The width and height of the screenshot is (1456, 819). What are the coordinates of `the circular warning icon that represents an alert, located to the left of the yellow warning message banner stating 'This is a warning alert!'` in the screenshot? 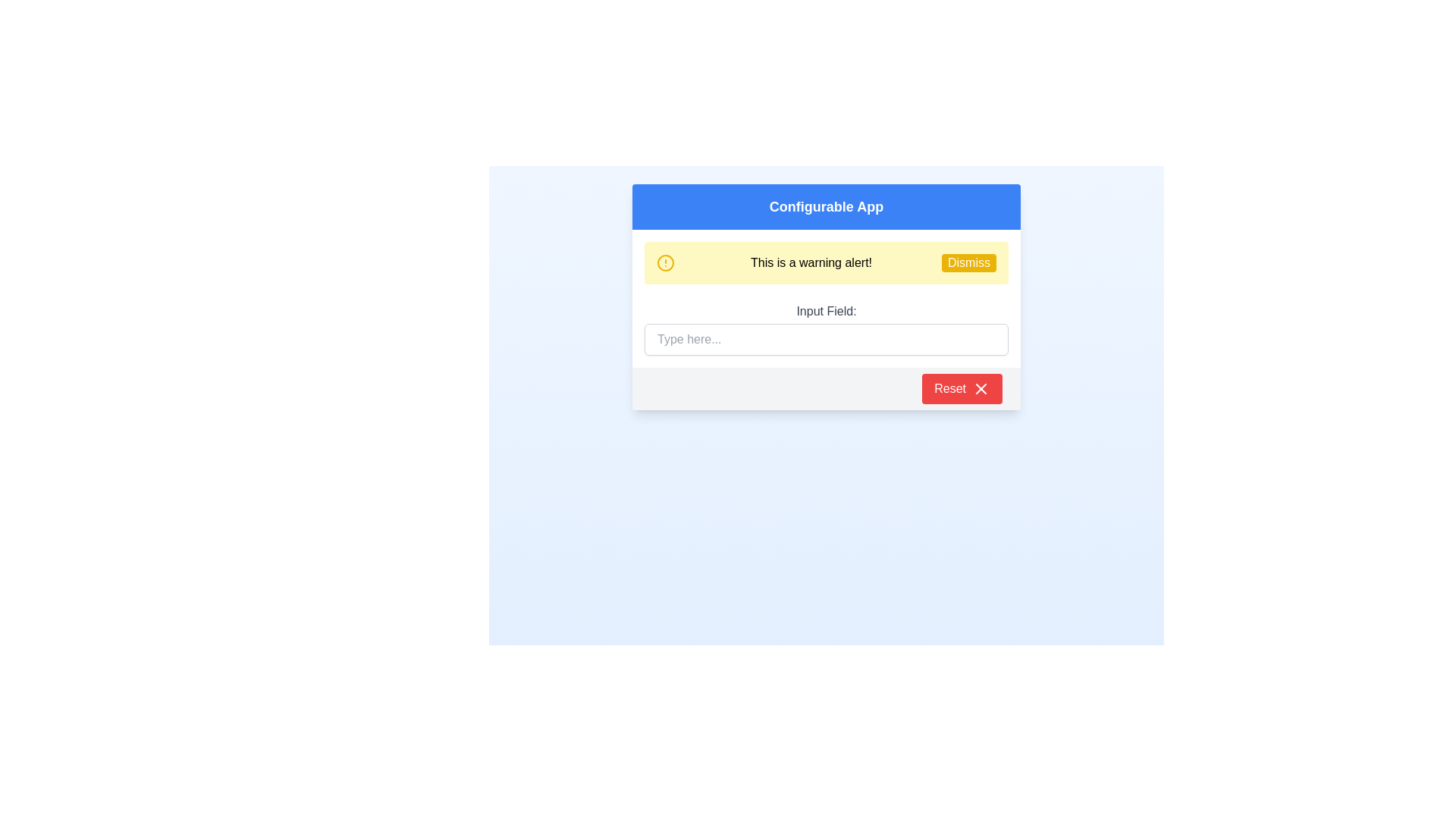 It's located at (666, 262).